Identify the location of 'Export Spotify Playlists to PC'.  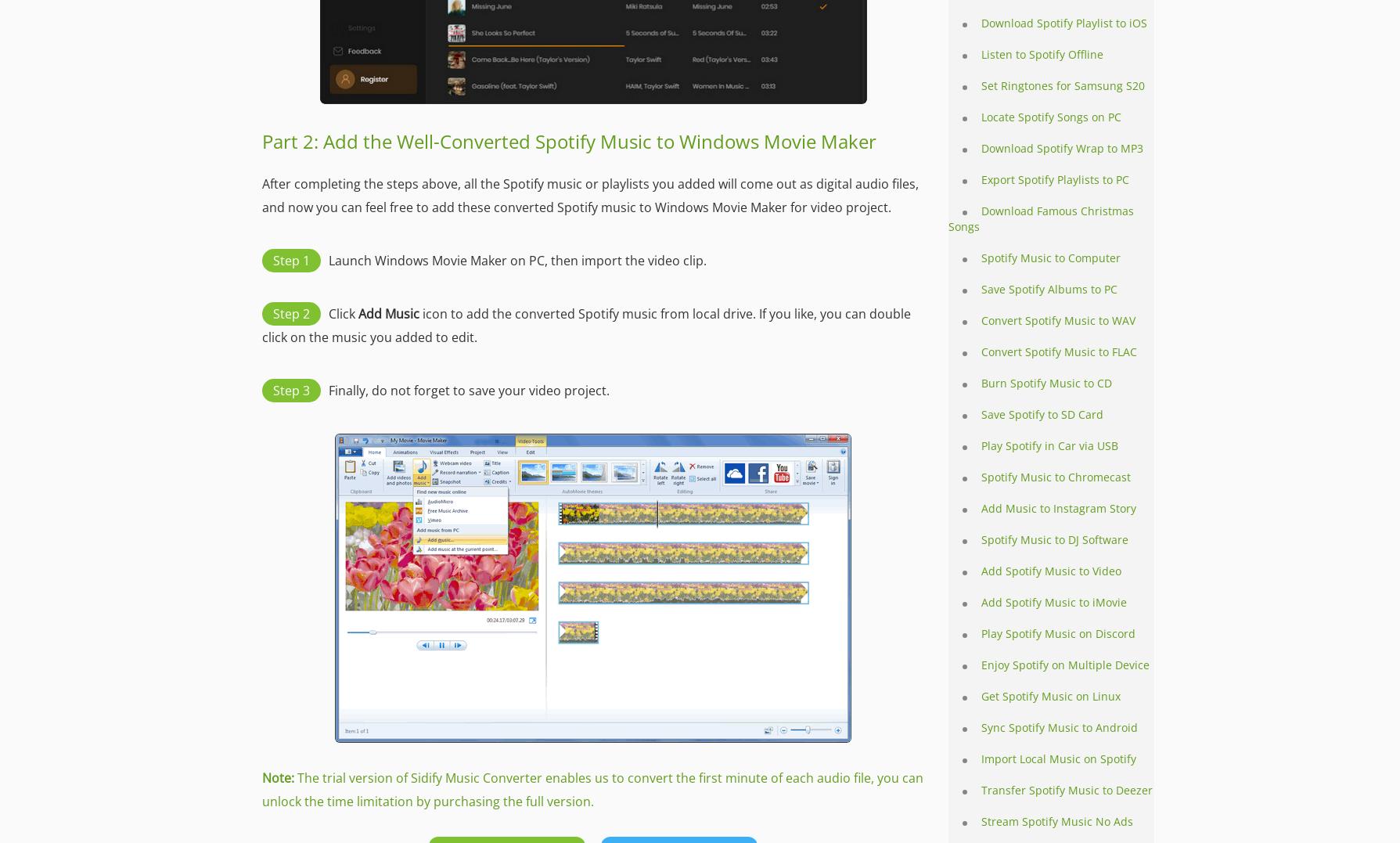
(981, 179).